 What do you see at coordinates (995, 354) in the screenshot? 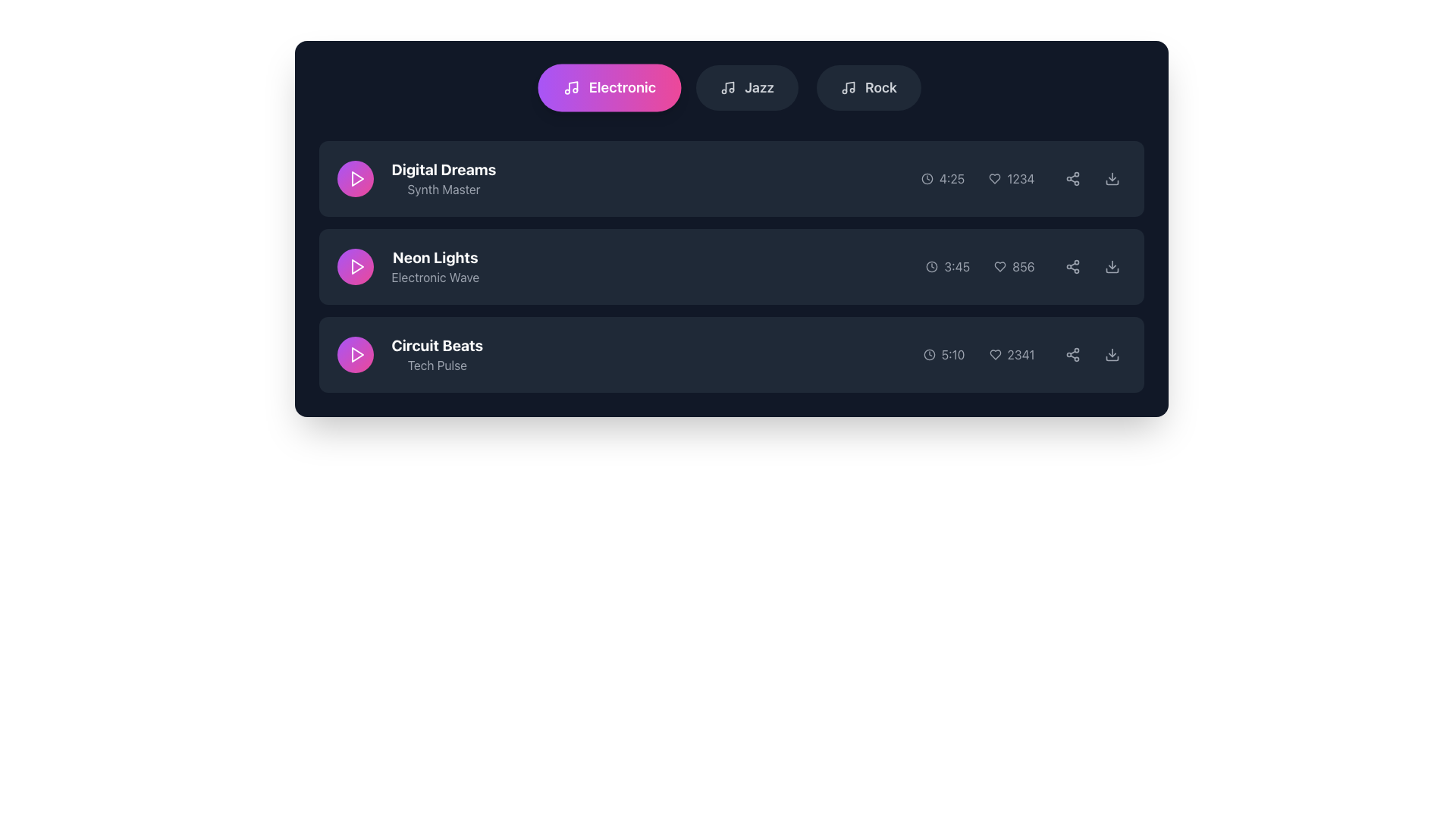
I see `the heart icon located to the left of the number '2341' in the third row of the 'Circuit Beats' listing` at bounding box center [995, 354].